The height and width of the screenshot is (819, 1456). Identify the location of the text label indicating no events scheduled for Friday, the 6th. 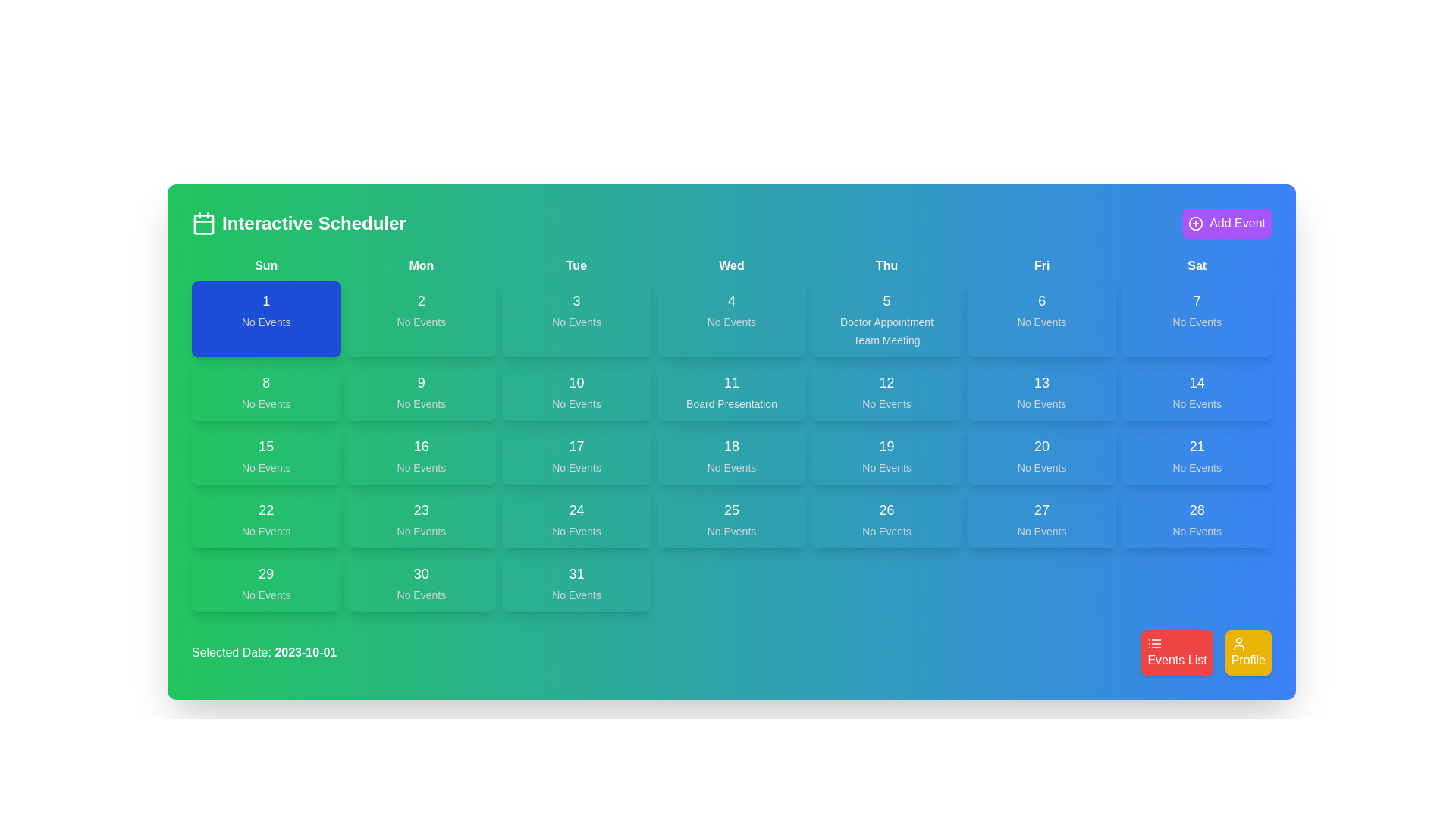
(1041, 321).